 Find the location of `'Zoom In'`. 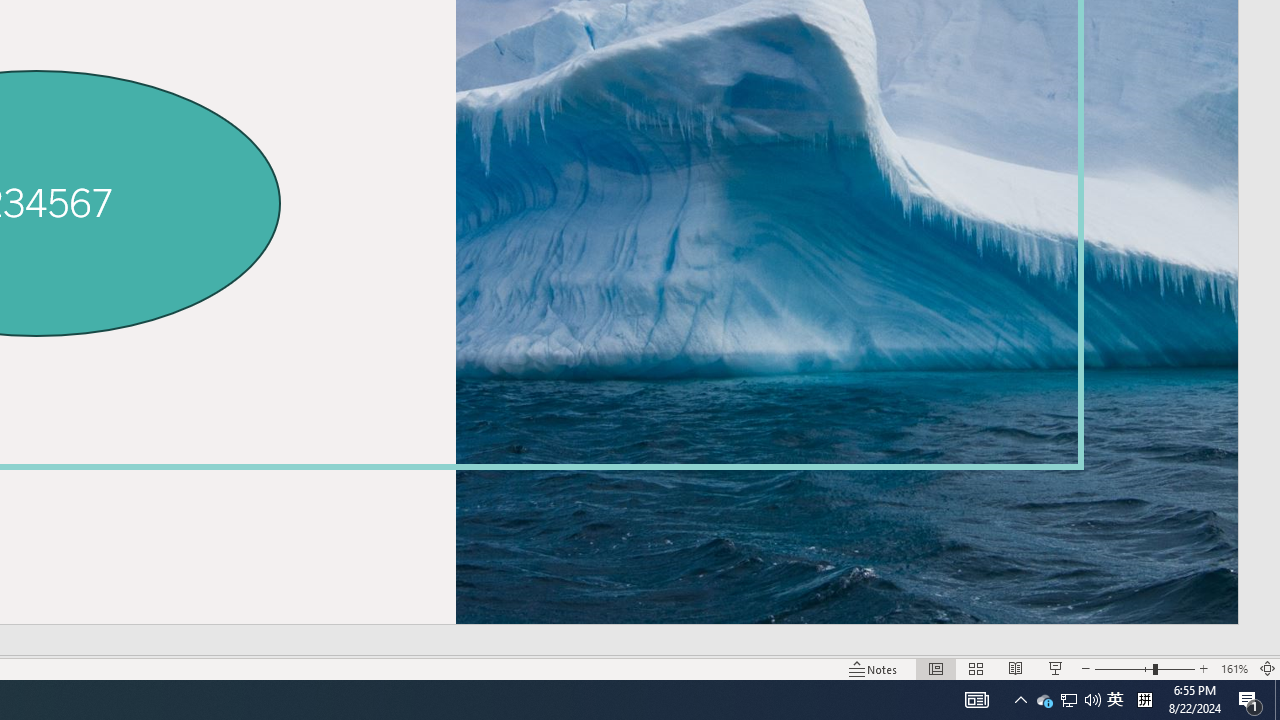

'Zoom In' is located at coordinates (1203, 669).